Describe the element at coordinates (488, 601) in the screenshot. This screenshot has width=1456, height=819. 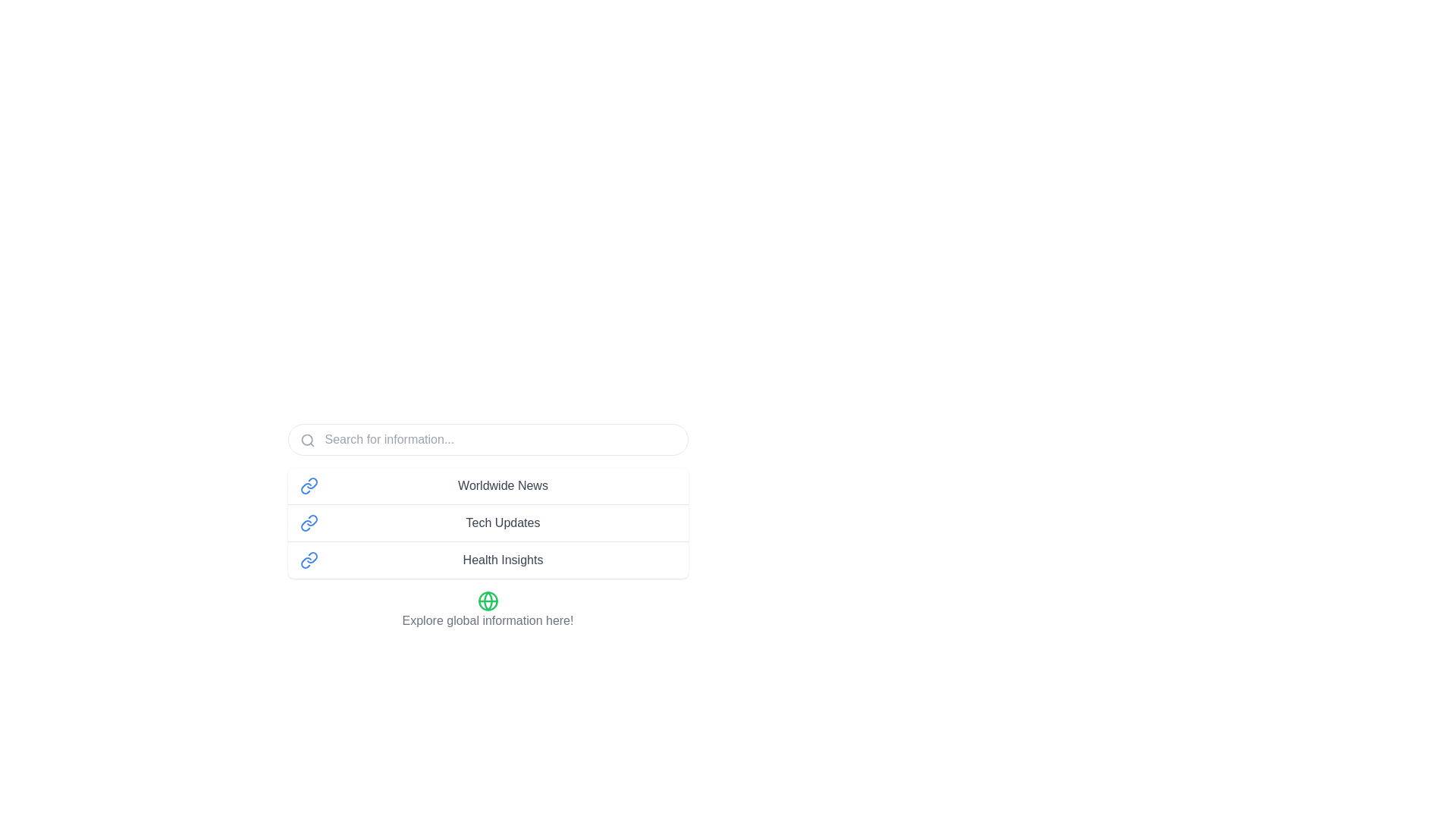
I see `the central circle of the globe icon, which emphasizes its representation as a symbol of global information` at that location.